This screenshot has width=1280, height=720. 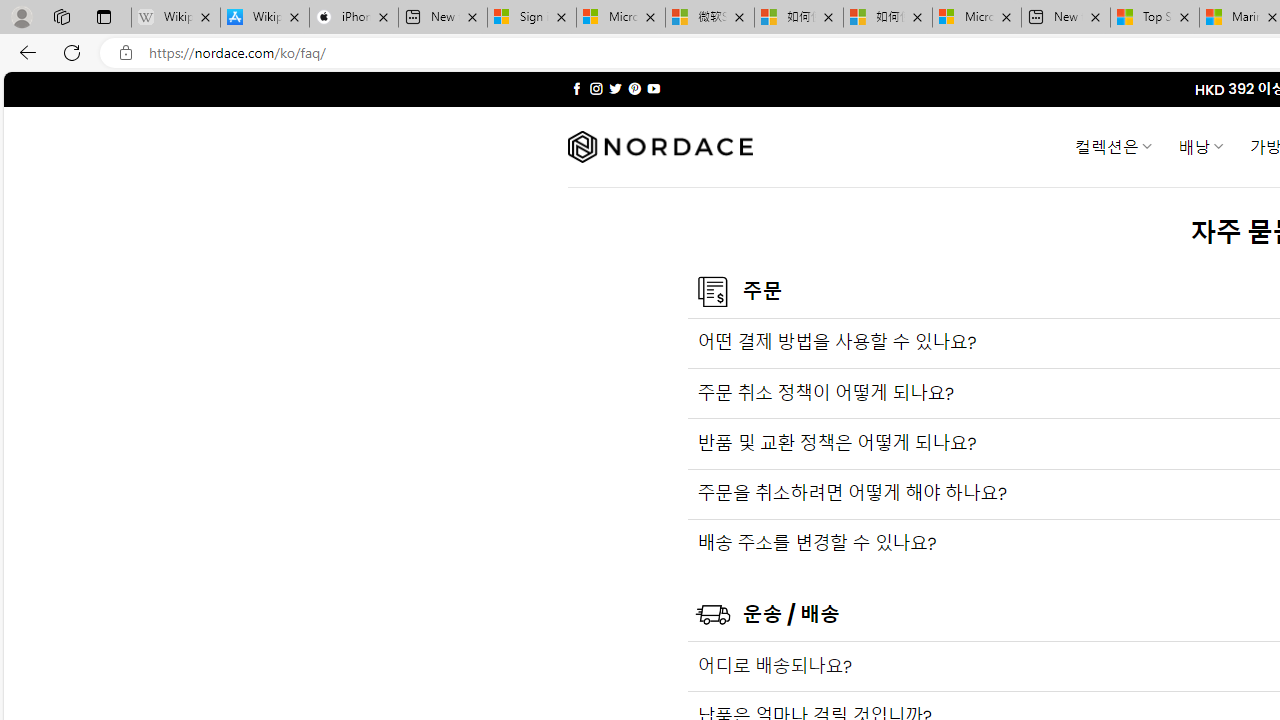 What do you see at coordinates (531, 17) in the screenshot?
I see `'Sign in to your Microsoft account'` at bounding box center [531, 17].